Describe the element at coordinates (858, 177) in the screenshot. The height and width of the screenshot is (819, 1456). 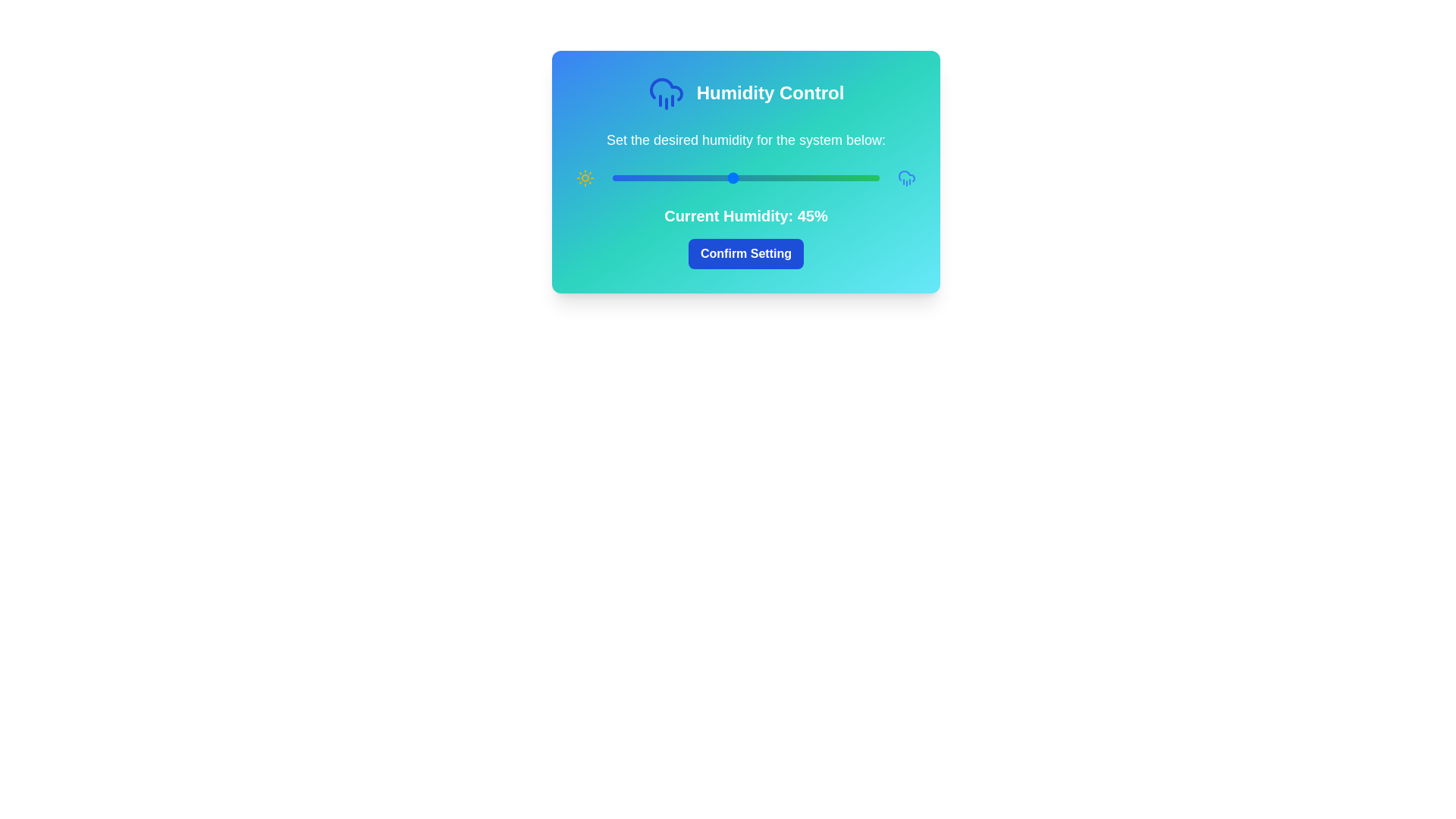
I see `the humidity slider to 92%` at that location.